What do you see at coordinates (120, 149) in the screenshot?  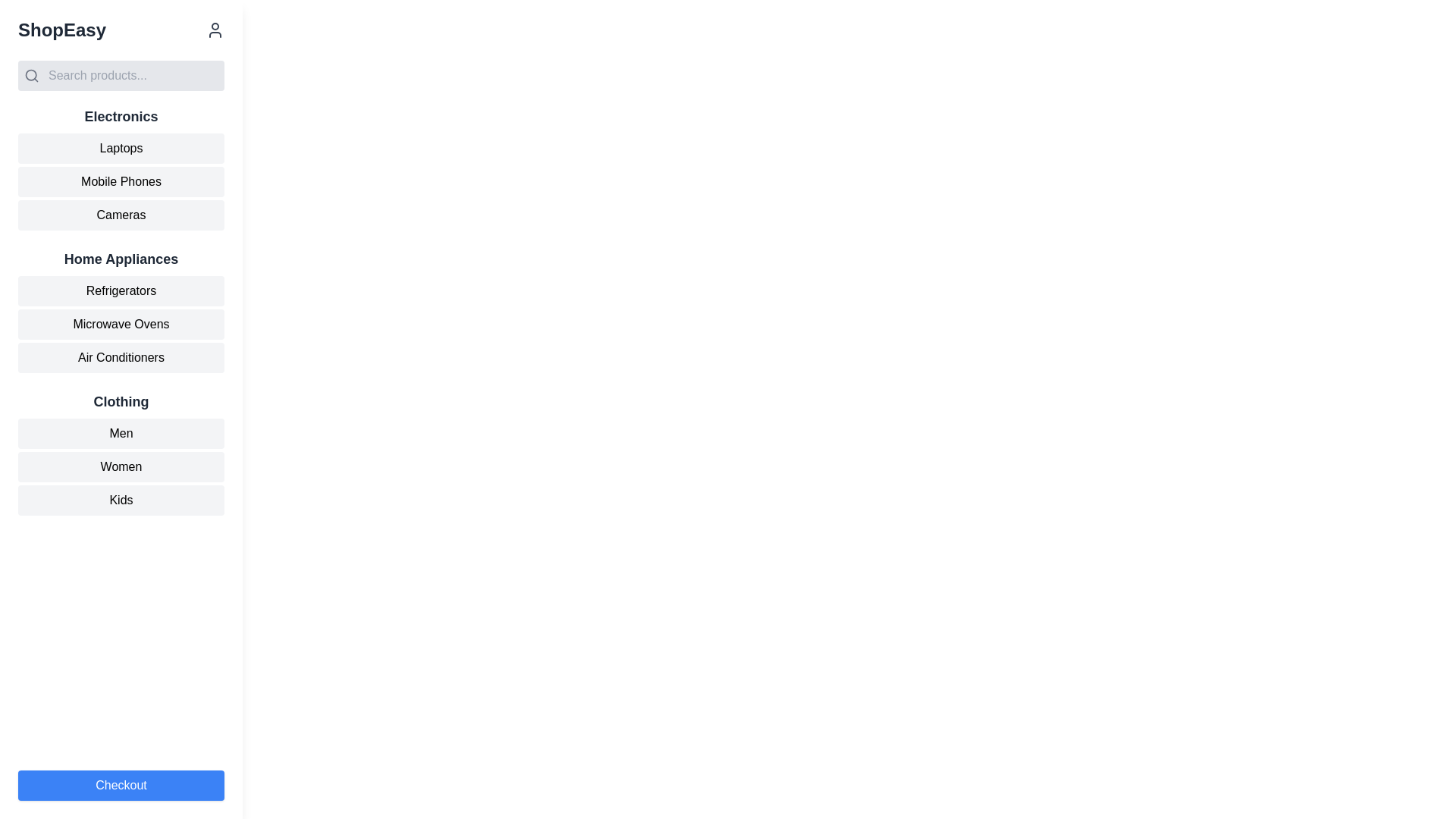 I see `the 'Laptops' button, which is a light gray rectangular button with rounded corners and black text, located at the top of the Electronics section` at bounding box center [120, 149].